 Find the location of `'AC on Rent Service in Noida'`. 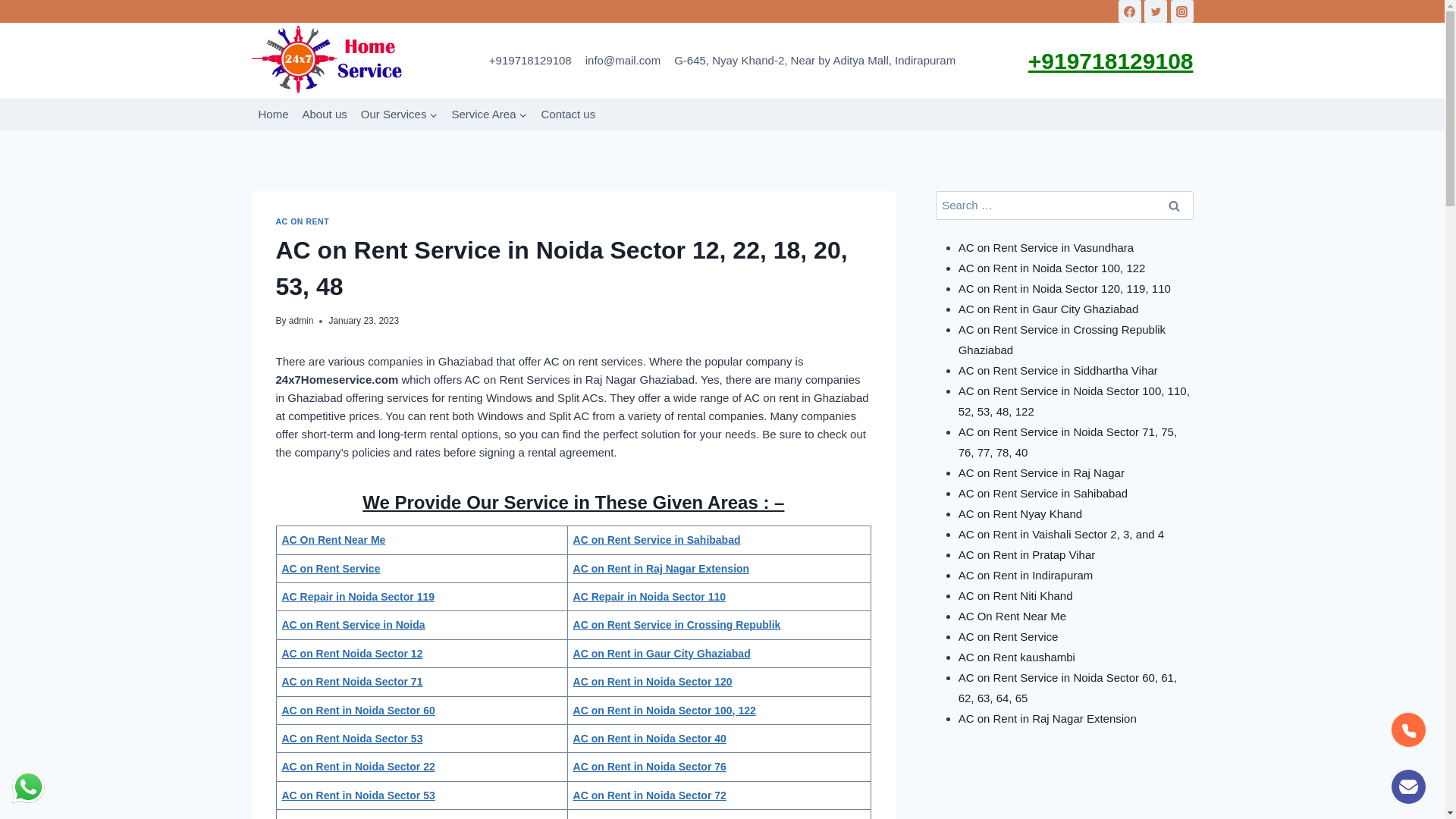

'AC on Rent Service in Noida' is located at coordinates (353, 625).